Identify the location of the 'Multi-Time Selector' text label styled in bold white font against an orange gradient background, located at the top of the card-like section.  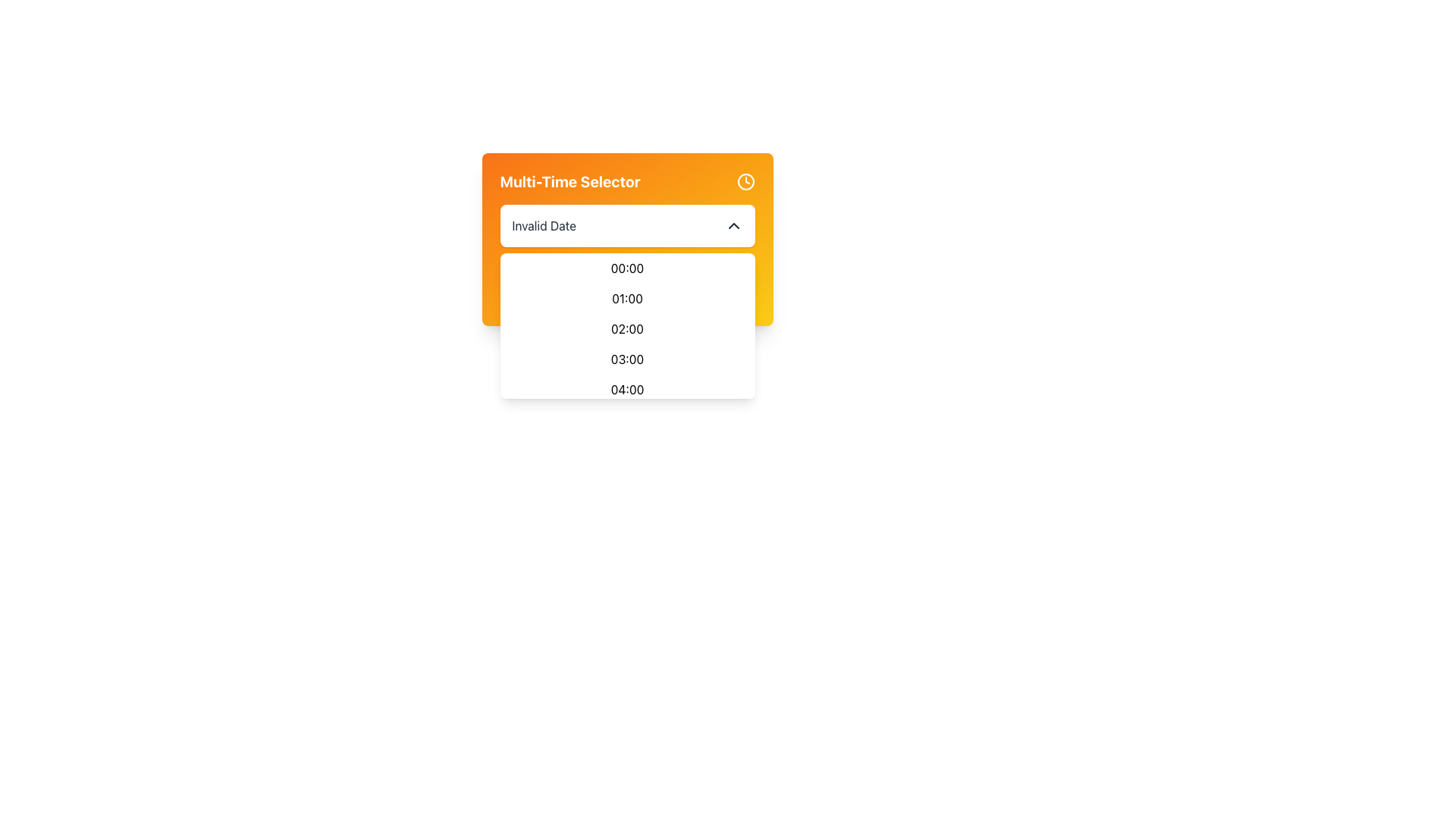
(627, 180).